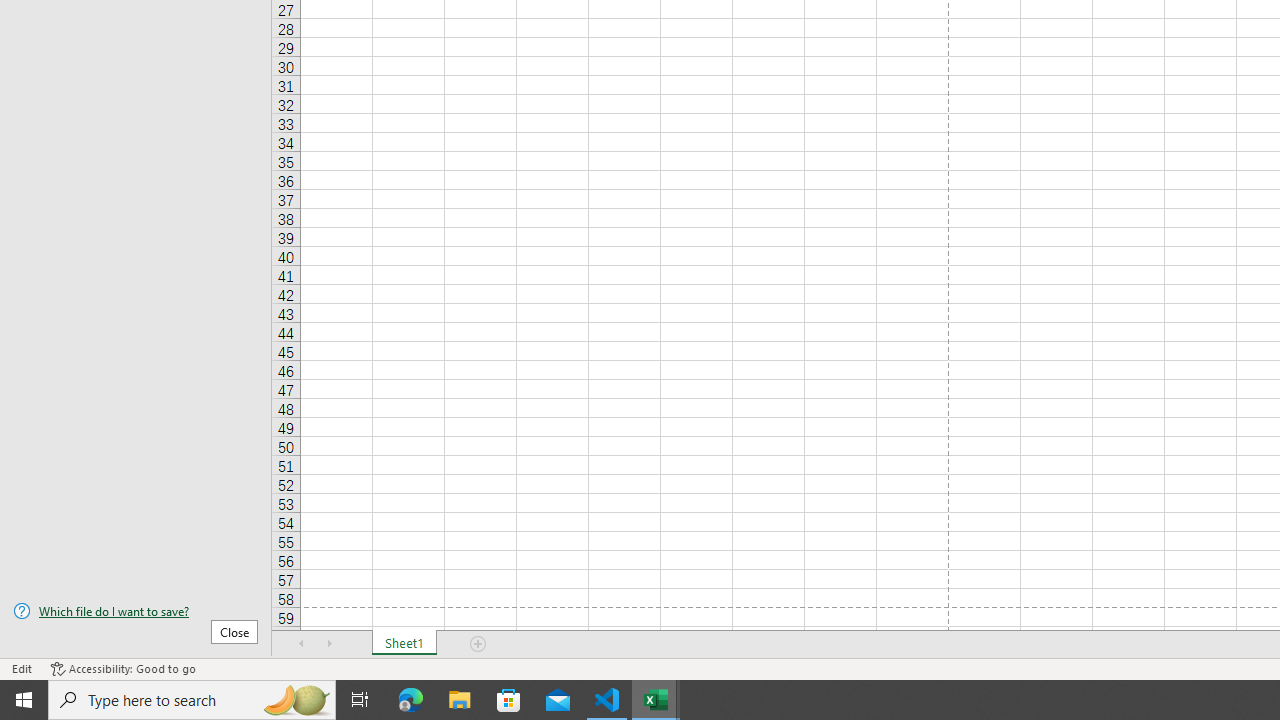 The width and height of the screenshot is (1280, 720). What do you see at coordinates (330, 644) in the screenshot?
I see `'Scroll Right'` at bounding box center [330, 644].